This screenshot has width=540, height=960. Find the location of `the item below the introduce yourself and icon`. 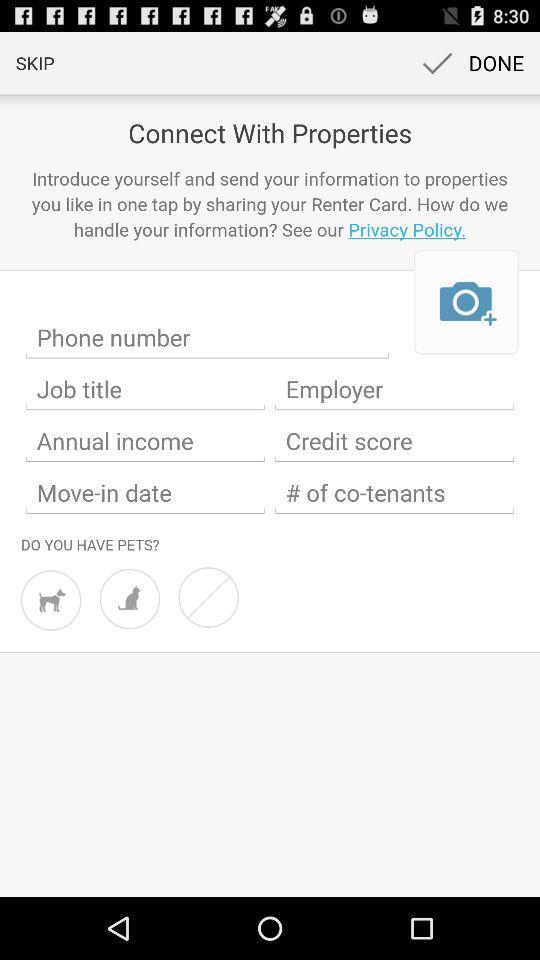

the item below the introduce yourself and icon is located at coordinates (466, 302).